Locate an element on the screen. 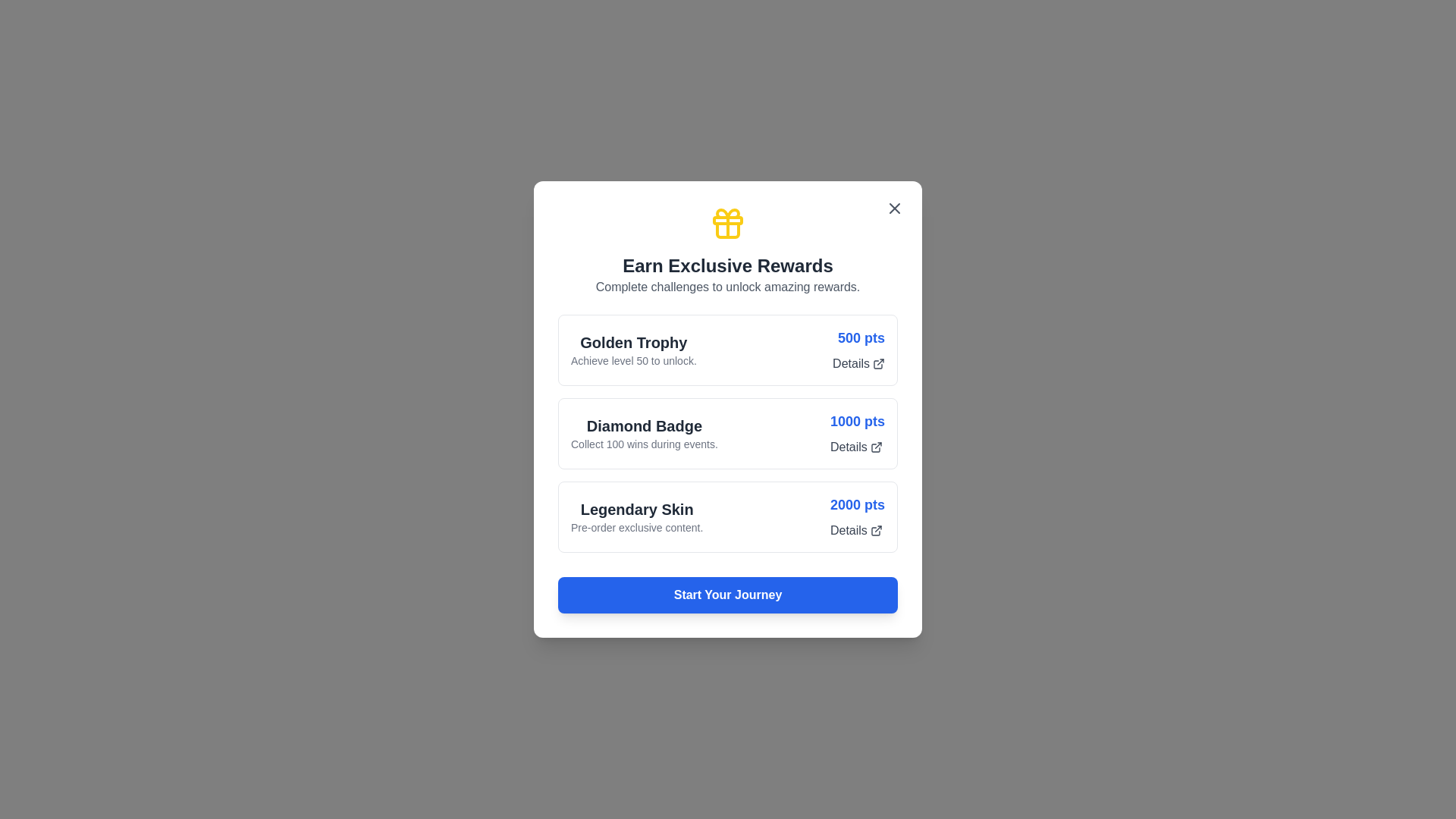  reward points displayed in the Text and Icon Group for the 'Golden Trophy' card, specifically the '500 pts' text located at the rightmost area of the card is located at coordinates (858, 350).